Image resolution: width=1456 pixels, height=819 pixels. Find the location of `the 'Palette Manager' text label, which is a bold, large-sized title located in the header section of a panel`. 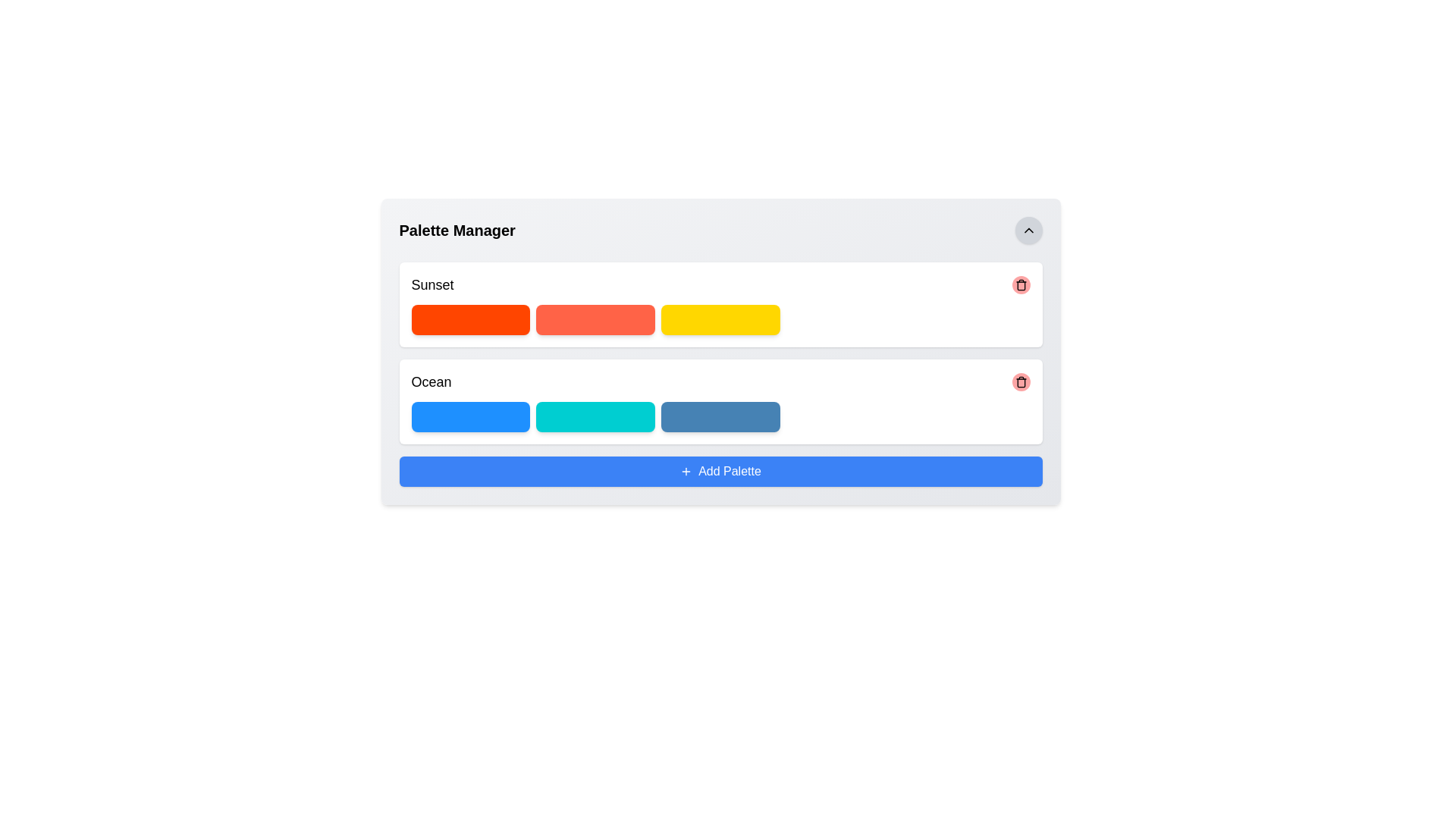

the 'Palette Manager' text label, which is a bold, large-sized title located in the header section of a panel is located at coordinates (457, 231).